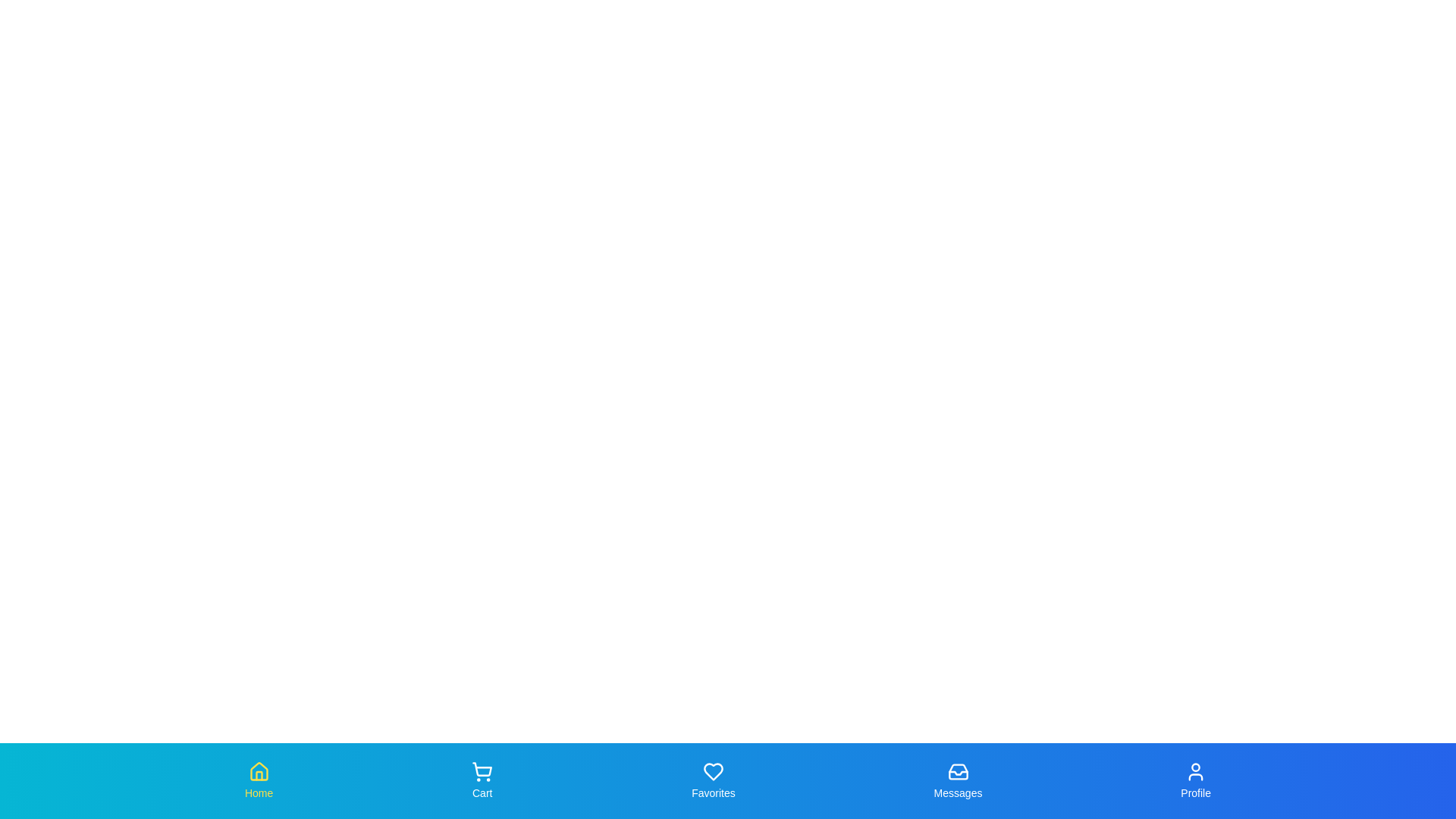  What do you see at coordinates (1195, 780) in the screenshot?
I see `the Profile tab to observe its hover effect` at bounding box center [1195, 780].